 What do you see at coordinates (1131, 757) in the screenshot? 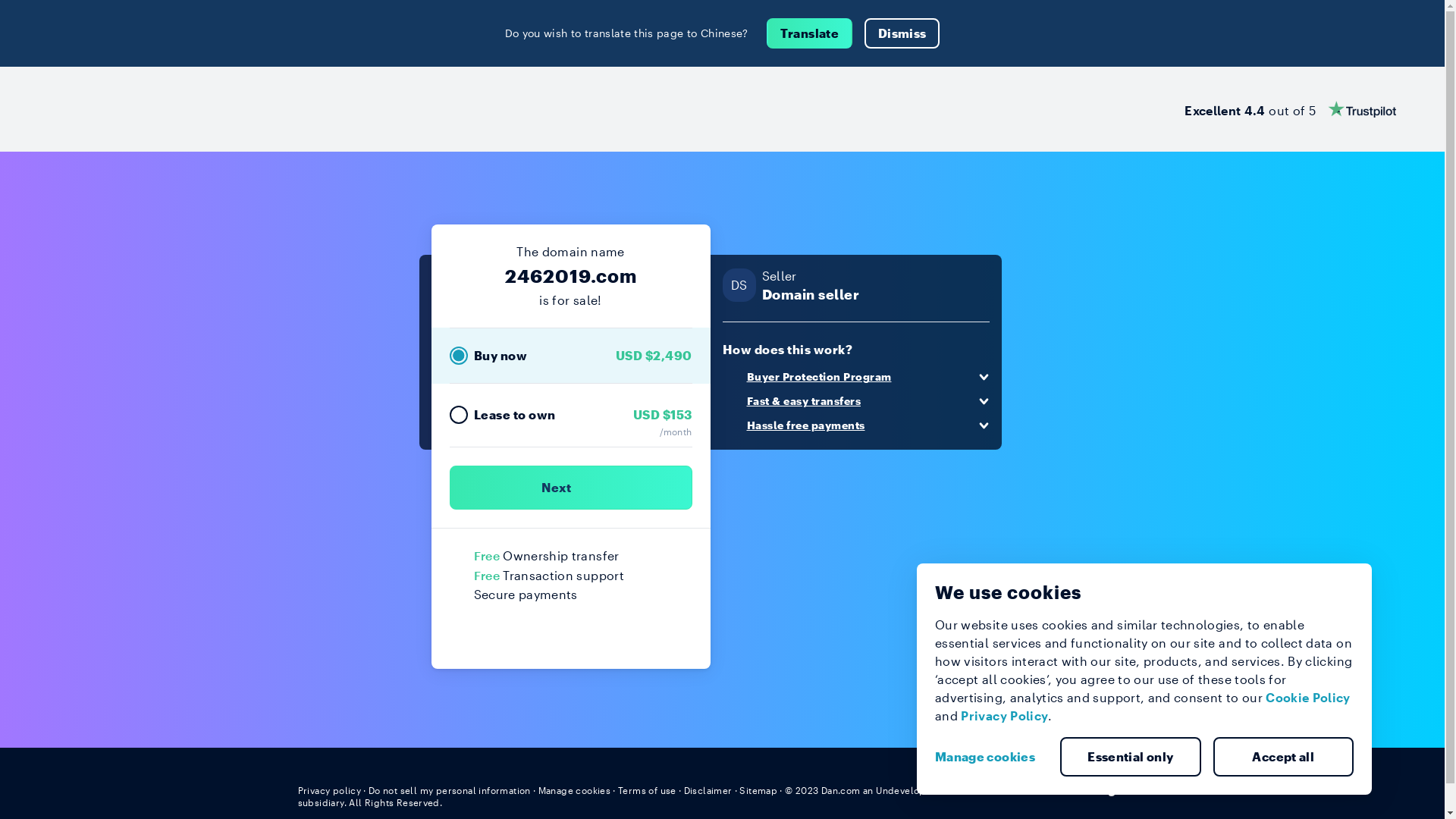
I see `'Essential only'` at bounding box center [1131, 757].